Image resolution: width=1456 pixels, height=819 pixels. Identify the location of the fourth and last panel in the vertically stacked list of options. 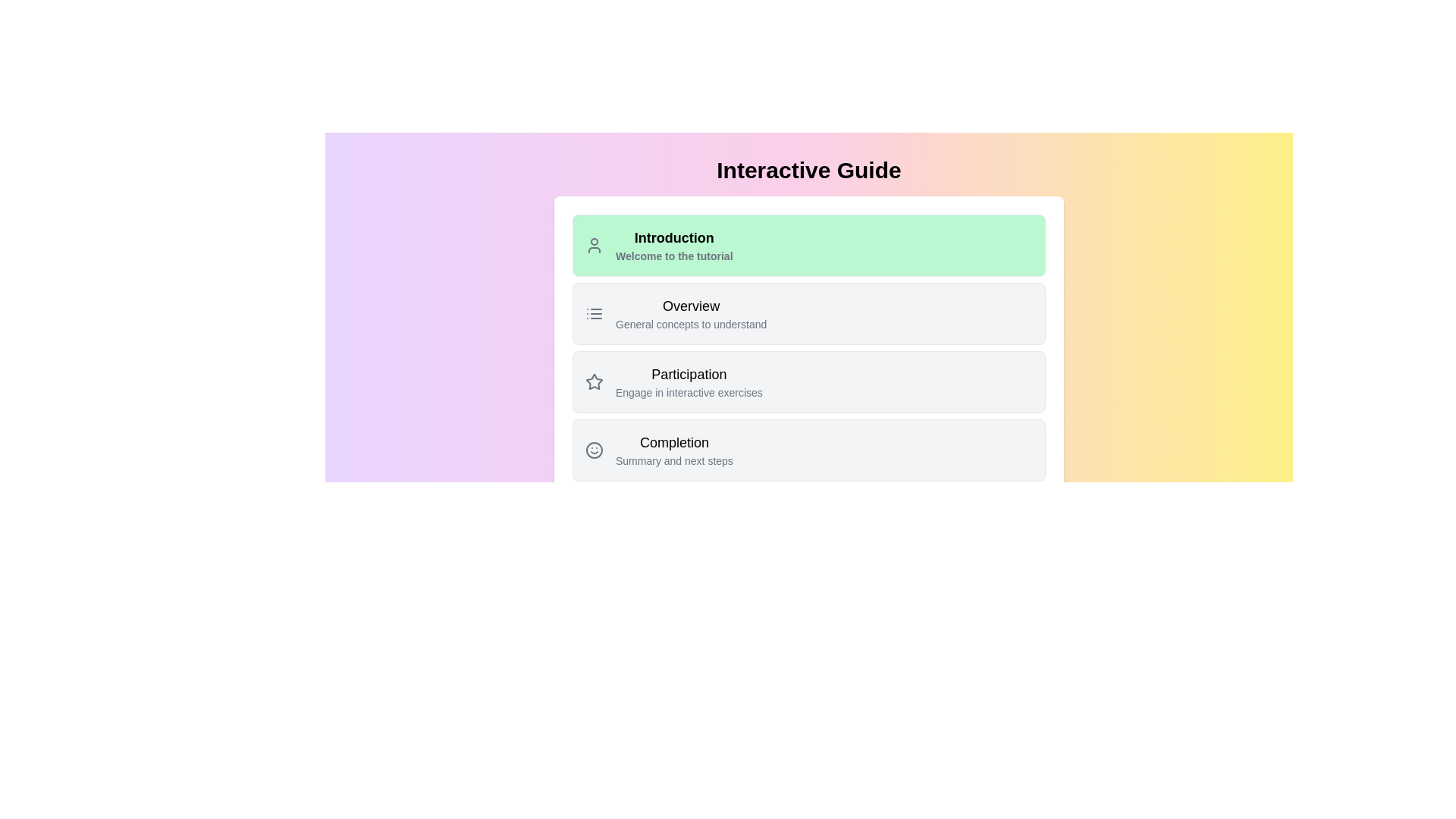
(808, 450).